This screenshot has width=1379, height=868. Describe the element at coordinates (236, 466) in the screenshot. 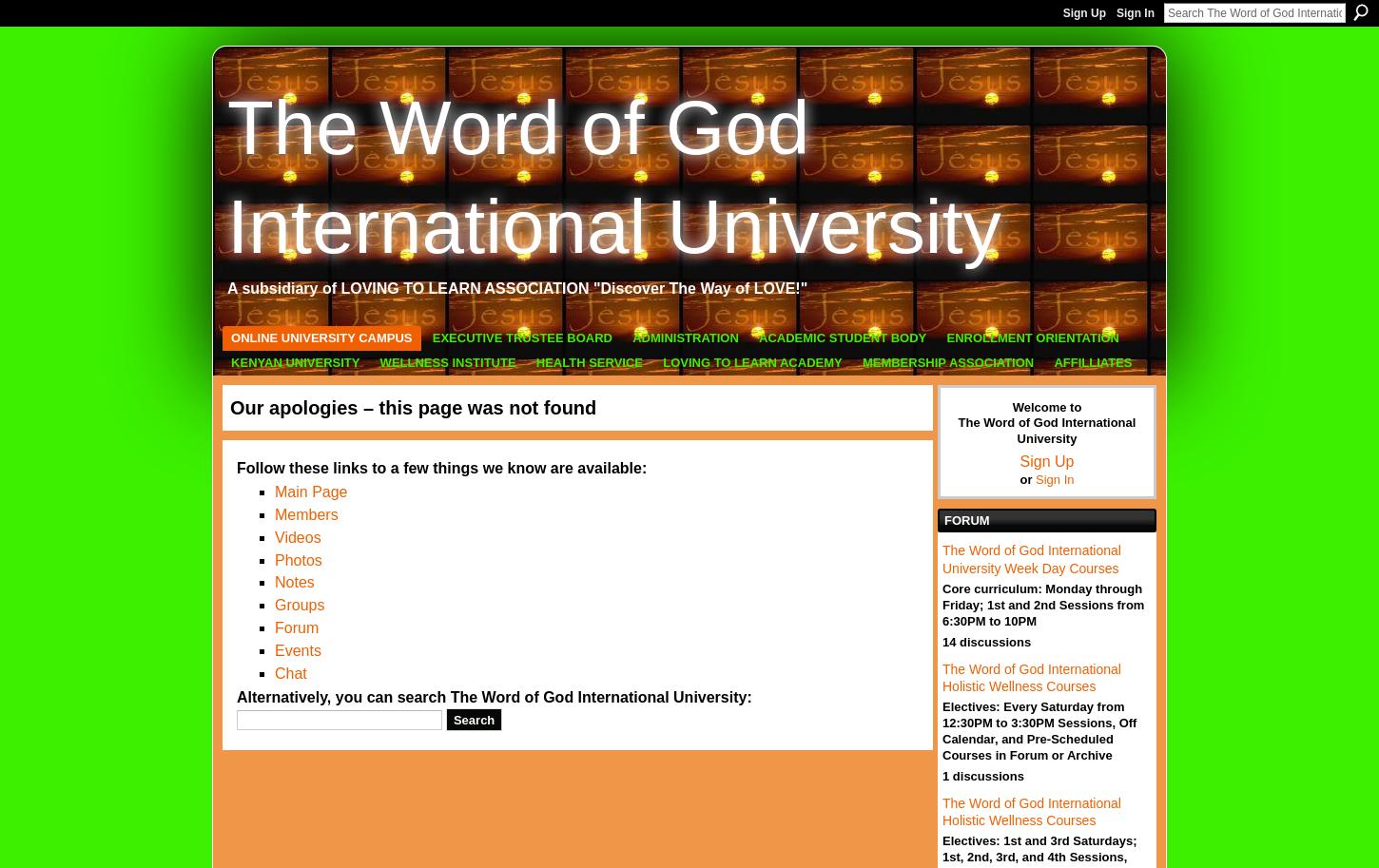

I see `'Follow these links to a few things we know are available:'` at that location.